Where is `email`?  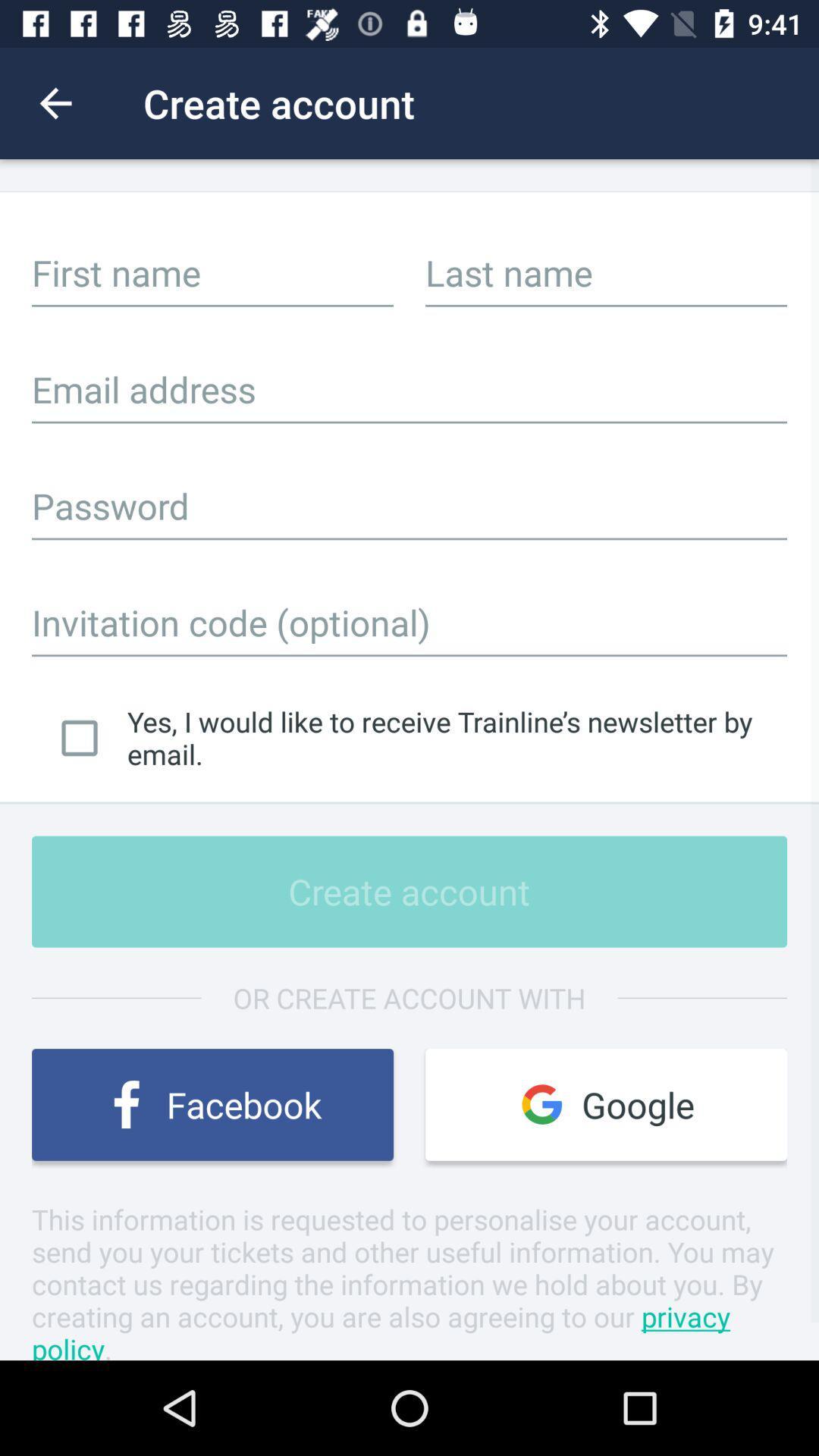 email is located at coordinates (409, 389).